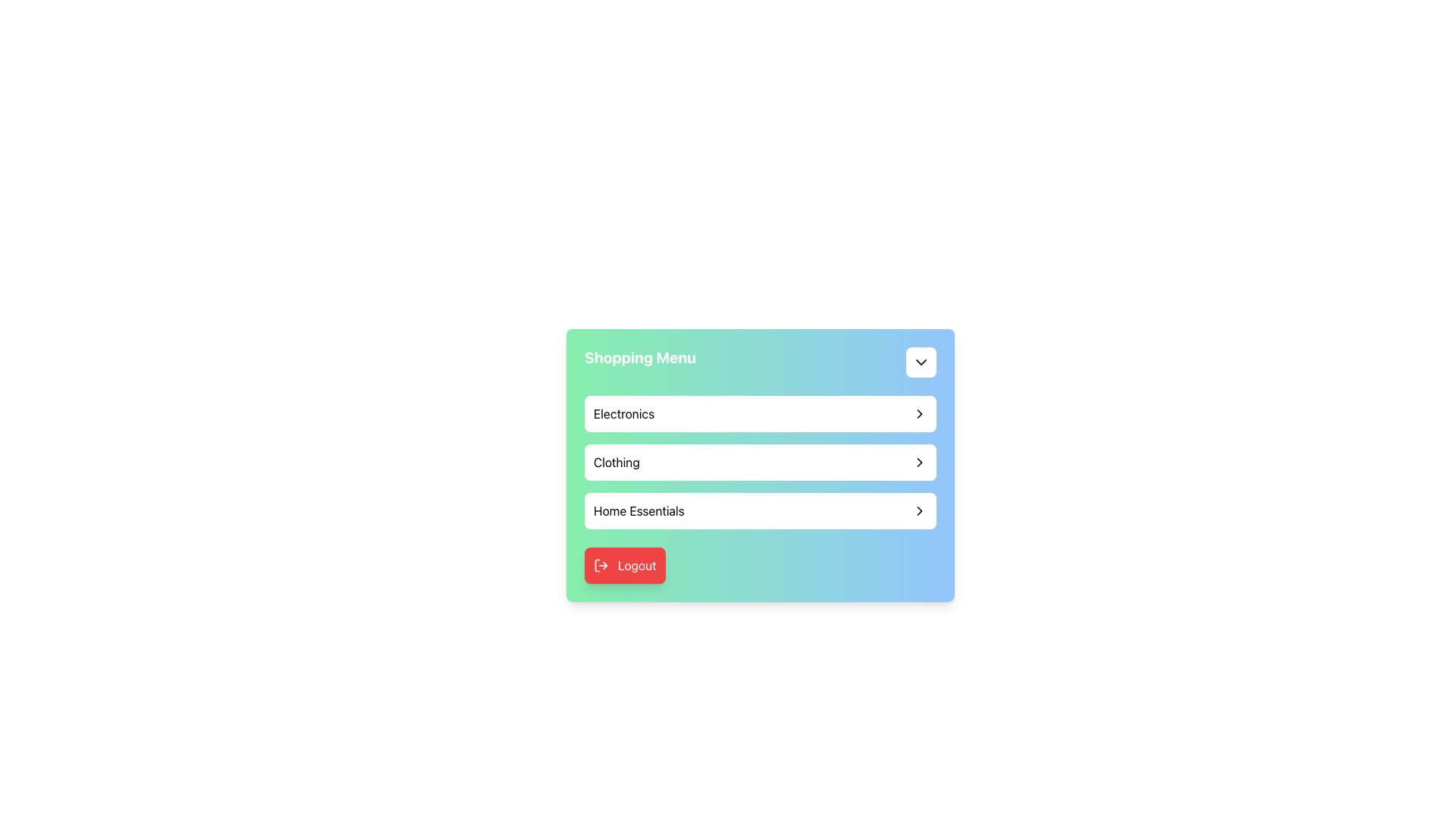  Describe the element at coordinates (600, 565) in the screenshot. I see `the logout icon, which is an arrow pointing right, located within a red button labeled 'Logout' at the bottom of the menu interface` at that location.